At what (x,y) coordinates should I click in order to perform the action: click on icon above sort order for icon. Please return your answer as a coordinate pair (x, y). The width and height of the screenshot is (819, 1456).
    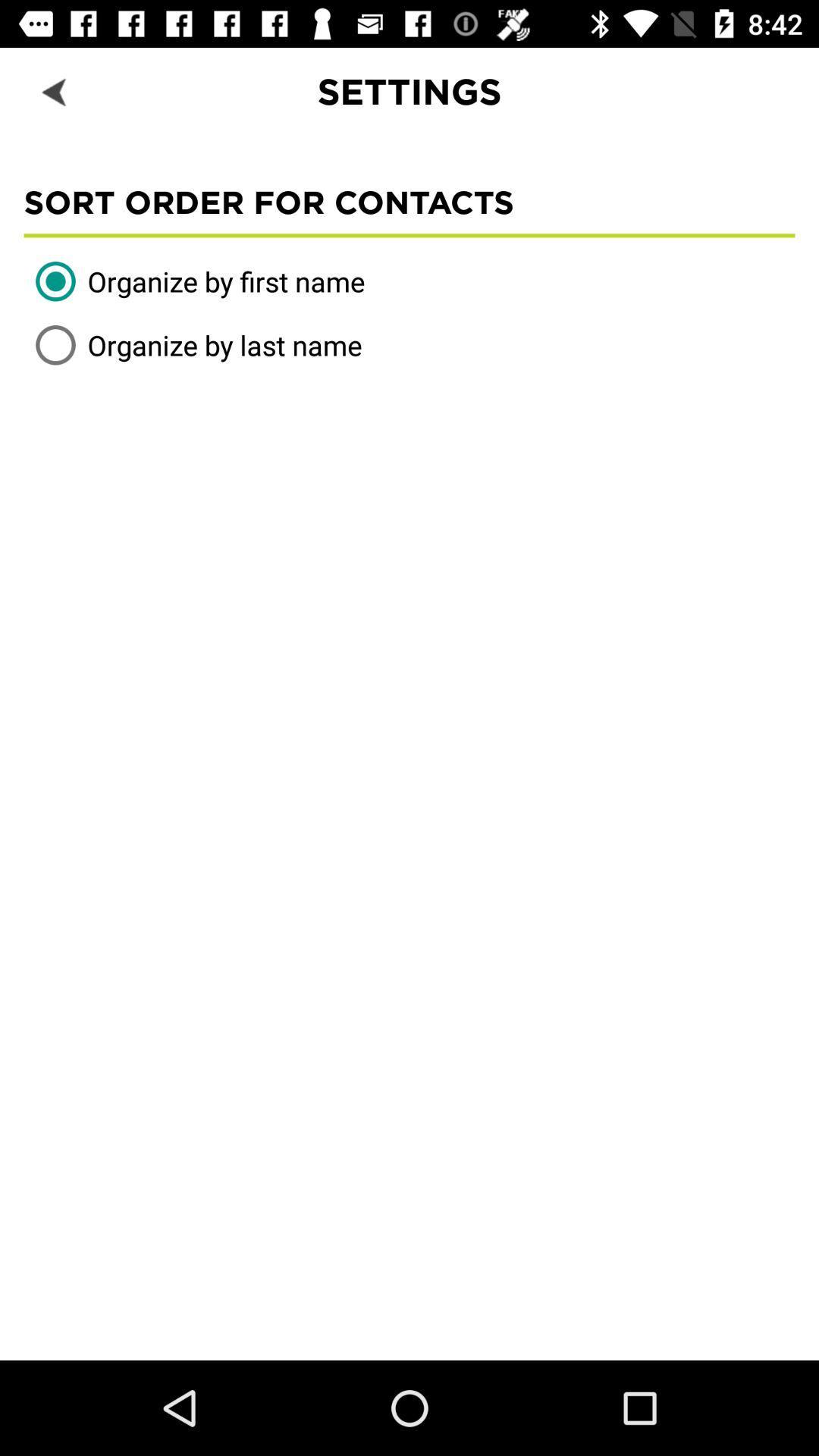
    Looking at the image, I should click on (55, 90).